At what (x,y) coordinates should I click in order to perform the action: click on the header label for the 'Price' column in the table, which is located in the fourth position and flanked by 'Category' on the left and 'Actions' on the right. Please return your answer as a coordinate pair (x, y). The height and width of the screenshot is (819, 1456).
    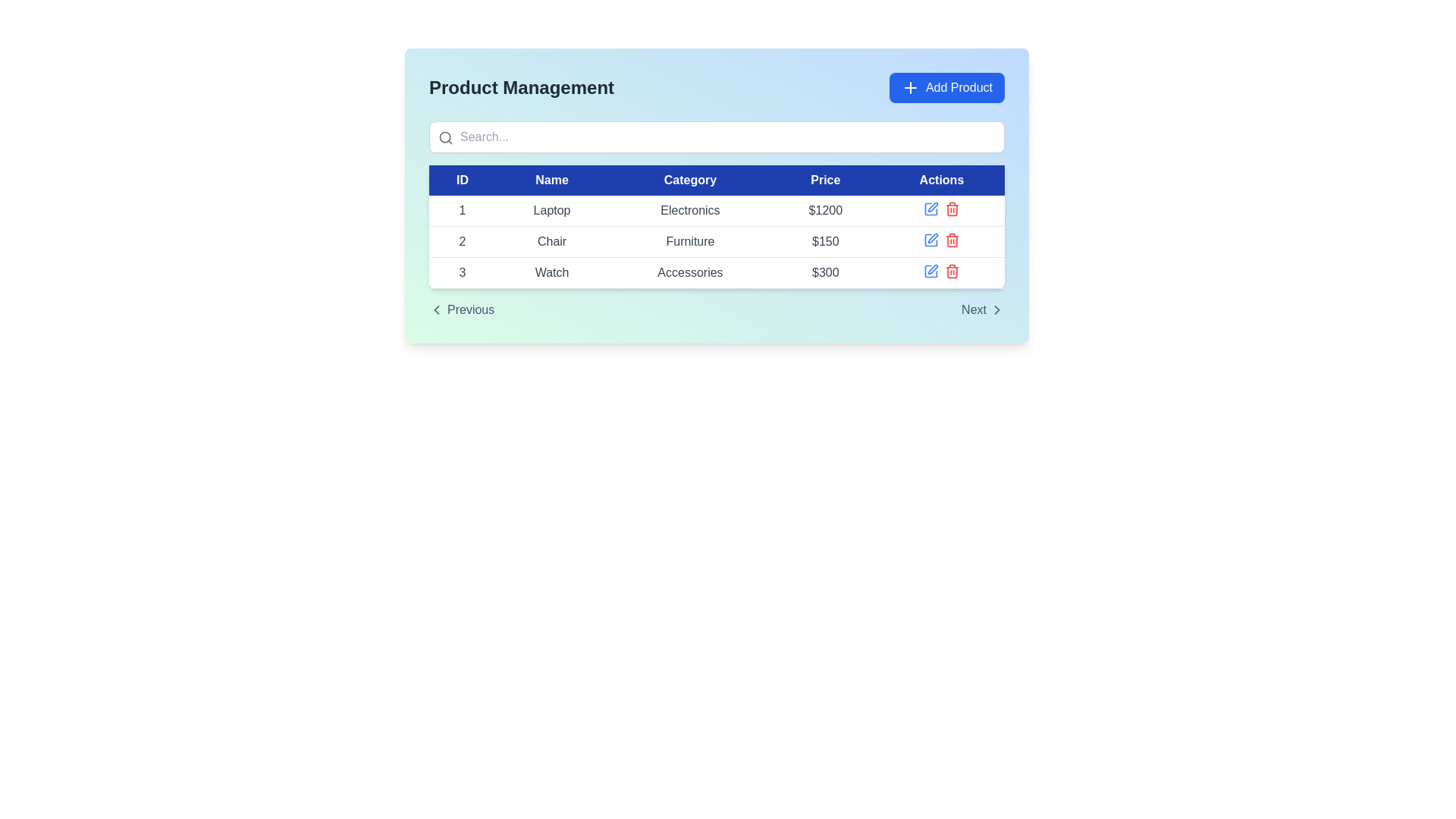
    Looking at the image, I should click on (824, 180).